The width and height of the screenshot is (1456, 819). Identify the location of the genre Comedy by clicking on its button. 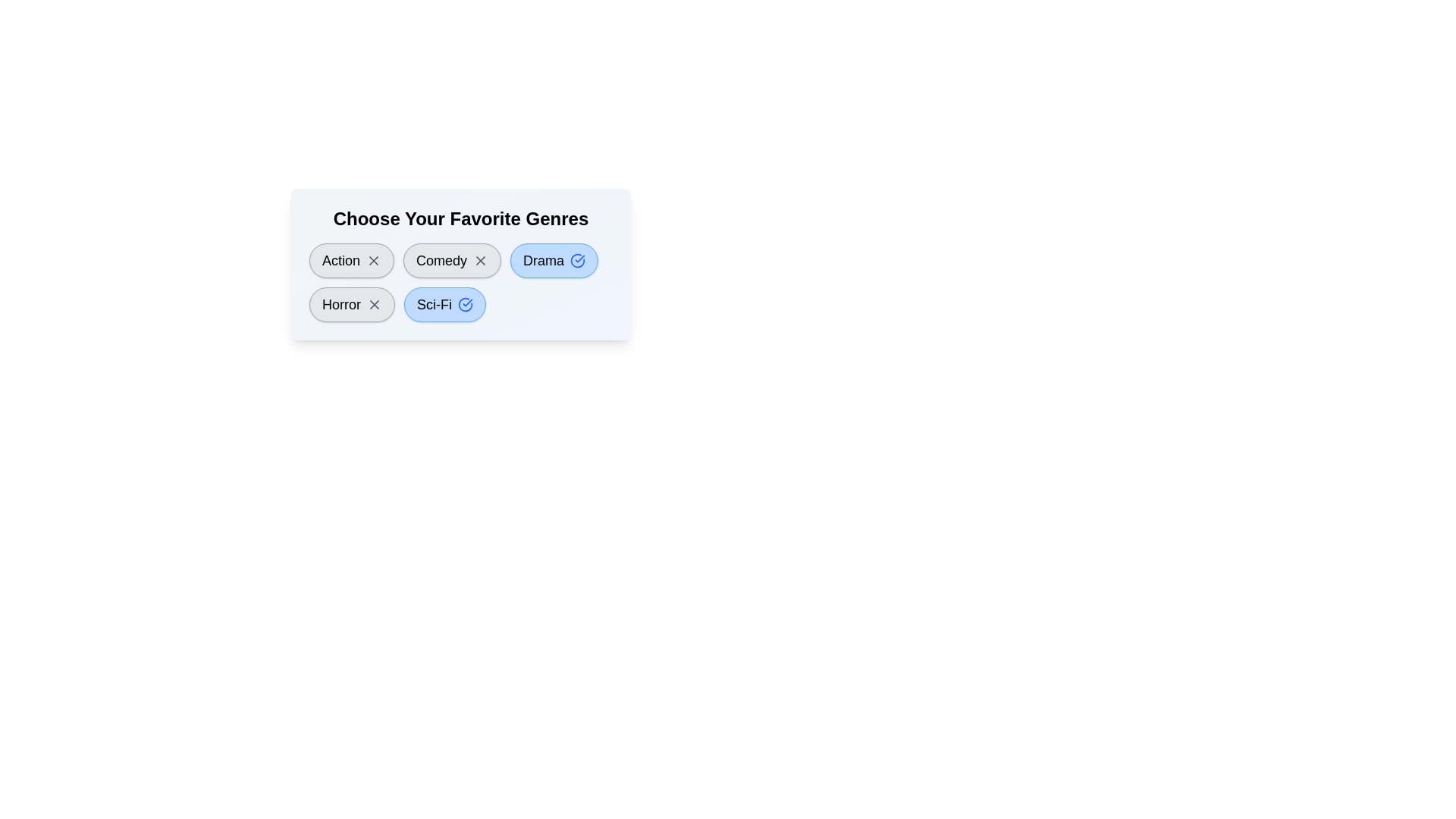
(451, 259).